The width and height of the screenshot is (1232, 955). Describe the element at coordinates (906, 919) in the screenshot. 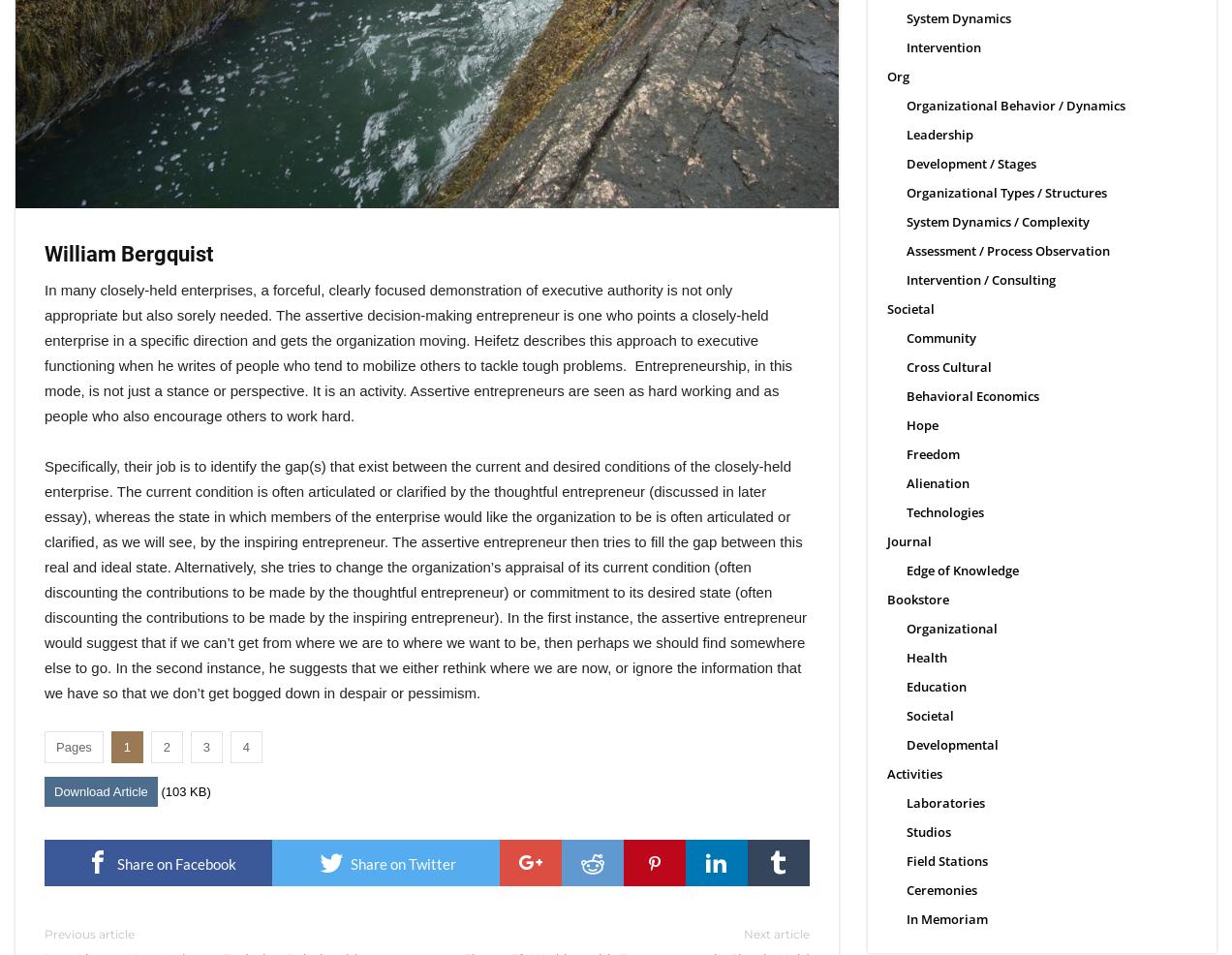

I see `'In Memoriam'` at that location.